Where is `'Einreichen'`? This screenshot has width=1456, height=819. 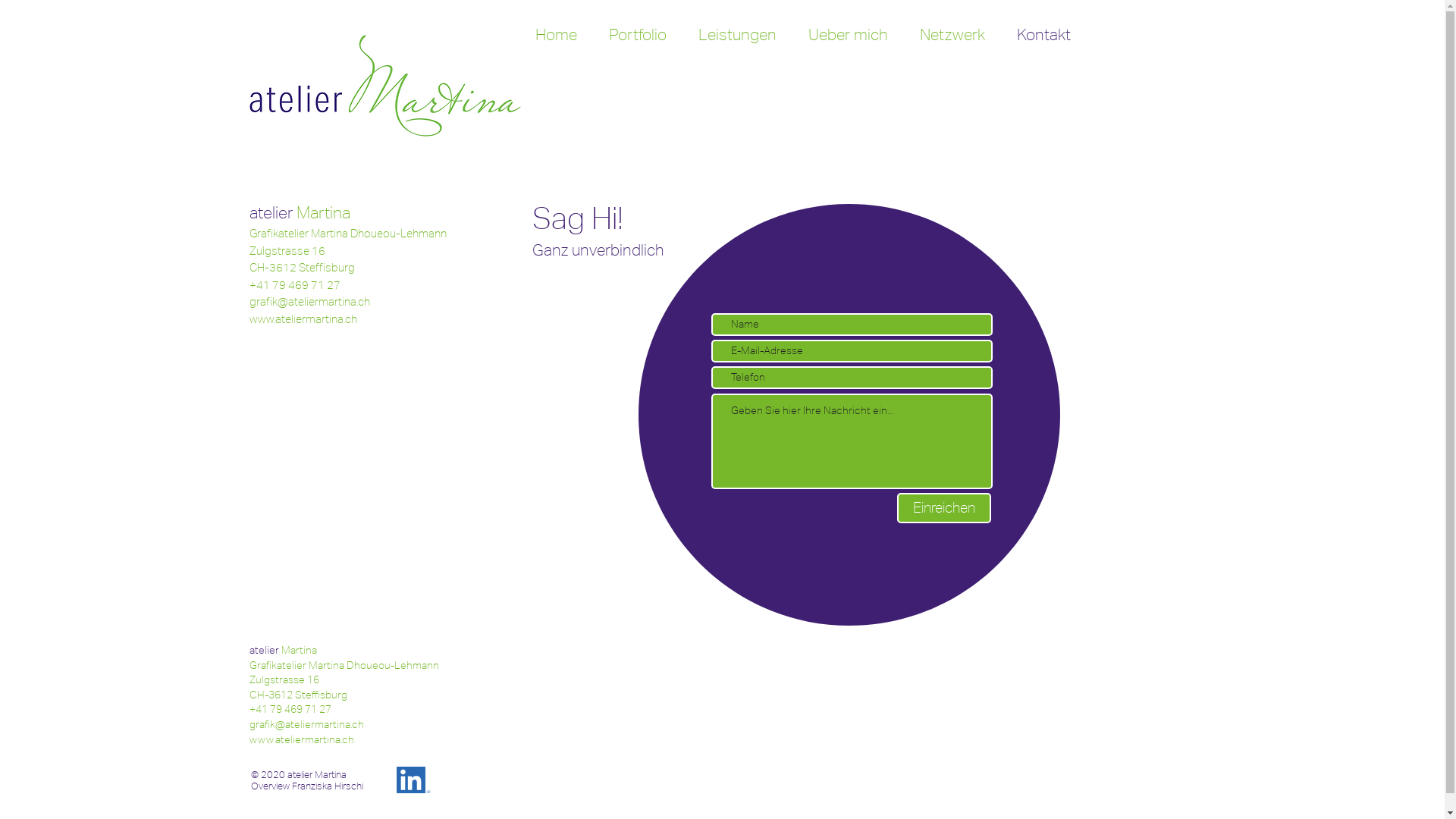
'Einreichen' is located at coordinates (896, 508).